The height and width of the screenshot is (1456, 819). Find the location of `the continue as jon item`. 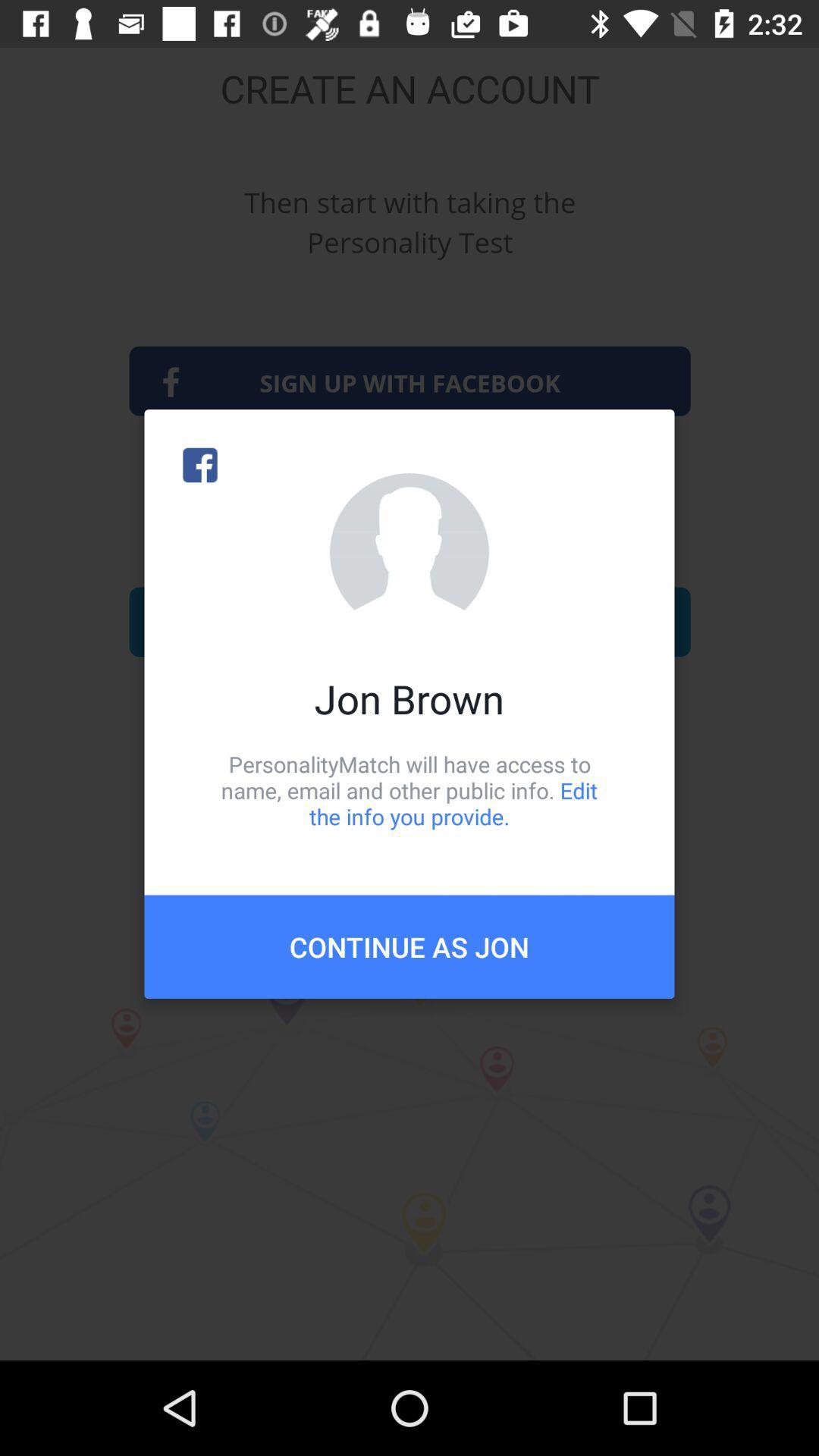

the continue as jon item is located at coordinates (409, 946).